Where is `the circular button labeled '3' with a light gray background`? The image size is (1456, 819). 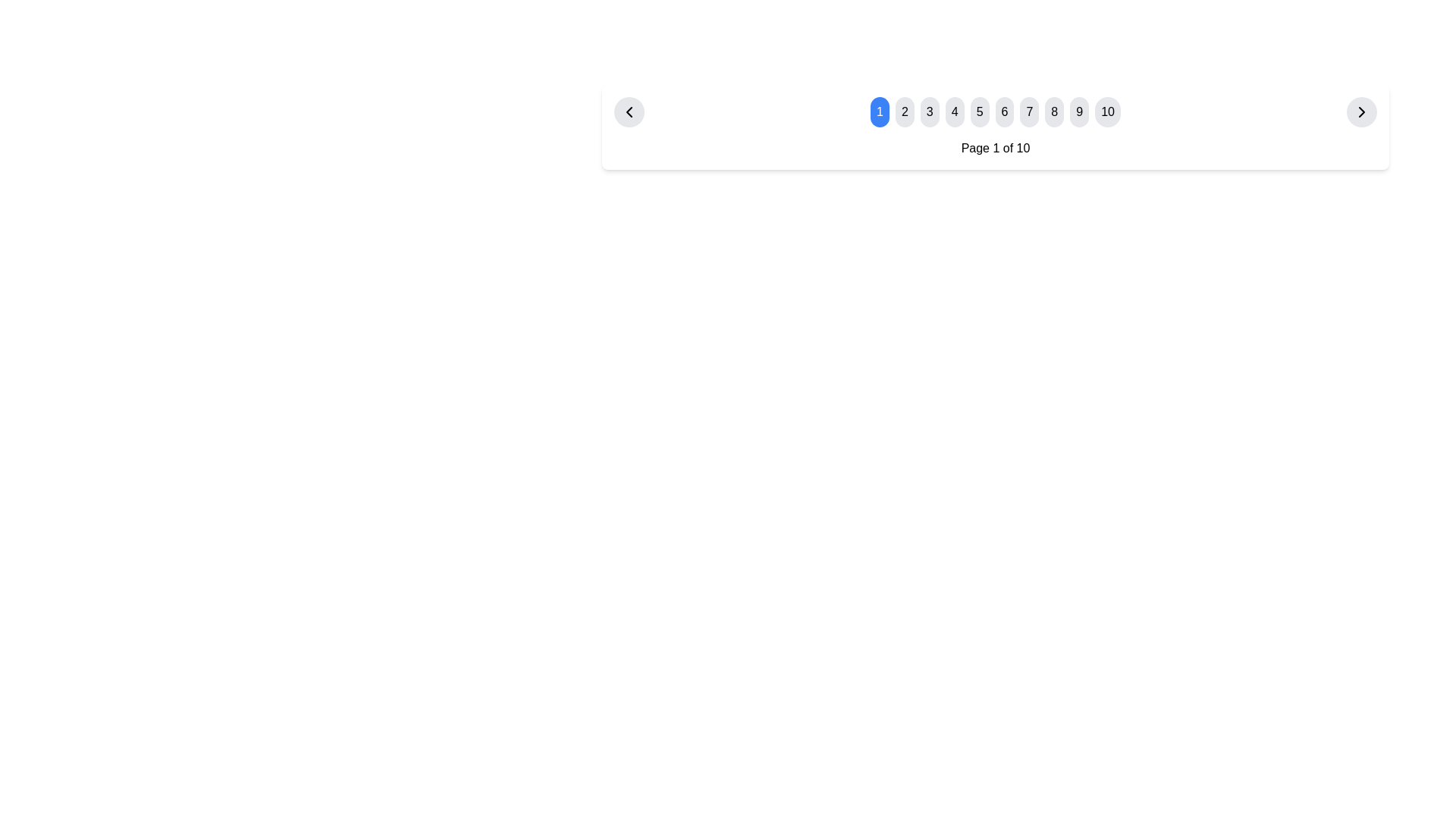 the circular button labeled '3' with a light gray background is located at coordinates (929, 111).